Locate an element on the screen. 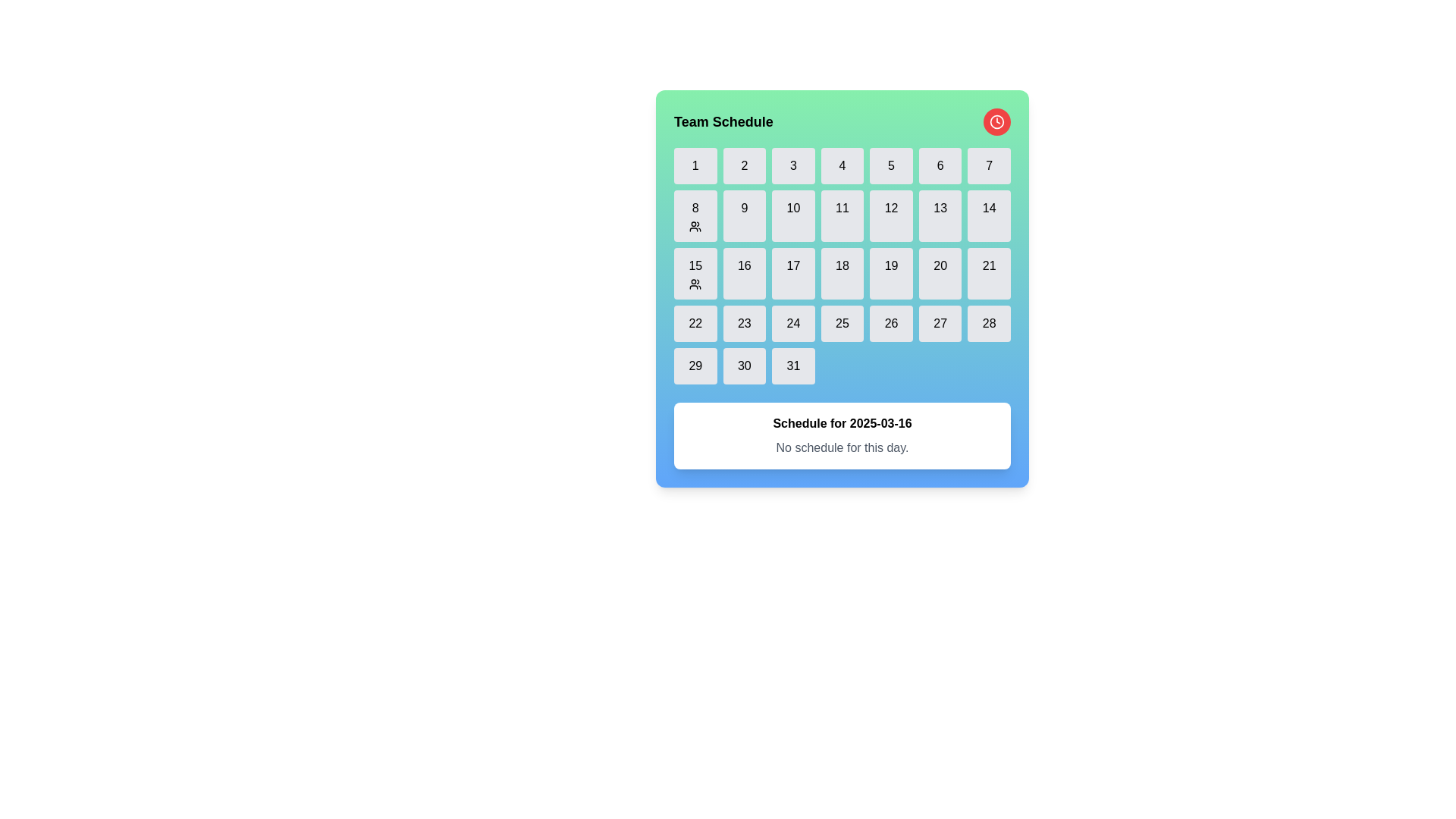  the third day button in the calendar interface is located at coordinates (792, 166).